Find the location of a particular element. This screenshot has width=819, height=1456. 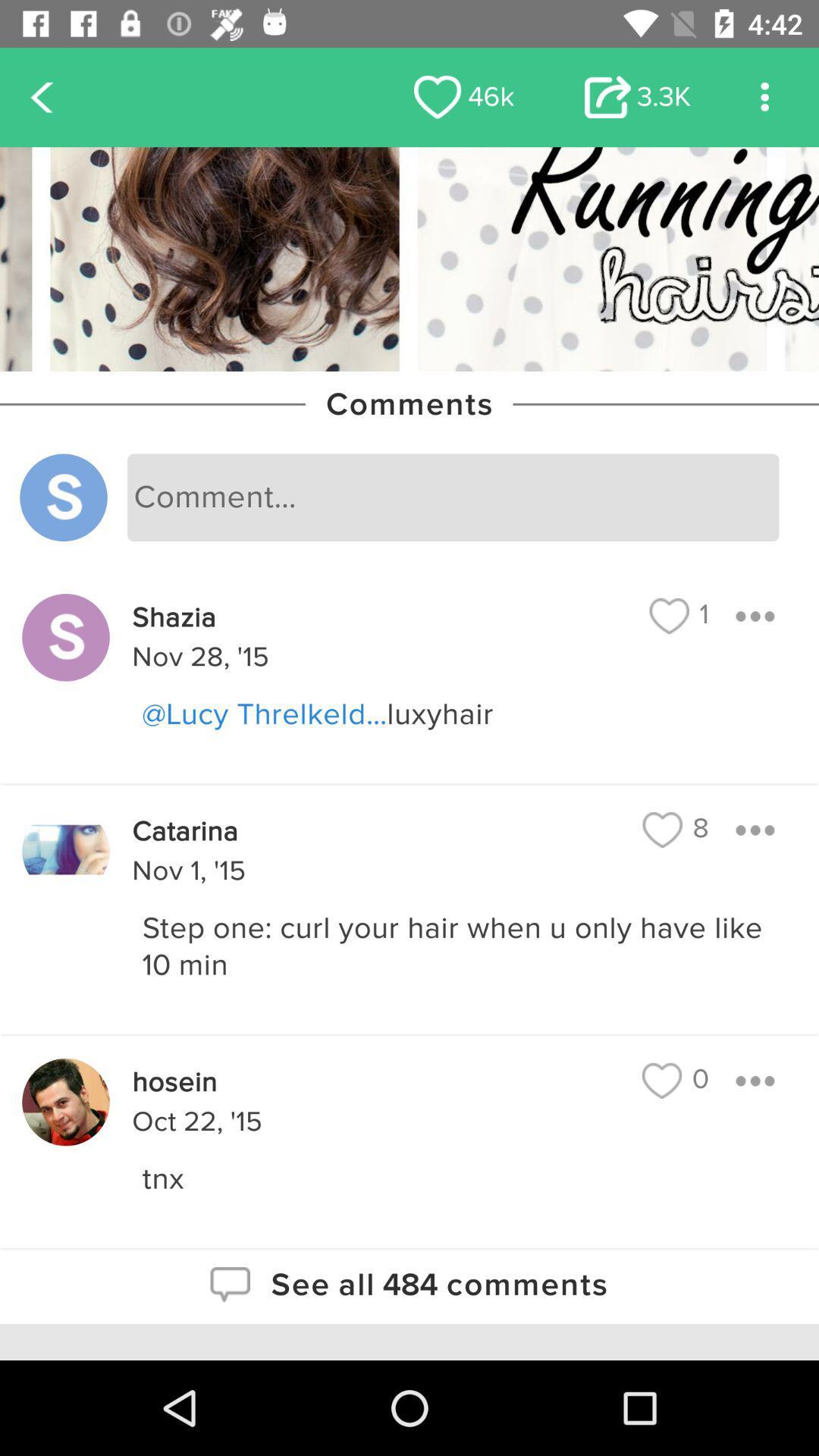

return to main image is located at coordinates (409, 259).